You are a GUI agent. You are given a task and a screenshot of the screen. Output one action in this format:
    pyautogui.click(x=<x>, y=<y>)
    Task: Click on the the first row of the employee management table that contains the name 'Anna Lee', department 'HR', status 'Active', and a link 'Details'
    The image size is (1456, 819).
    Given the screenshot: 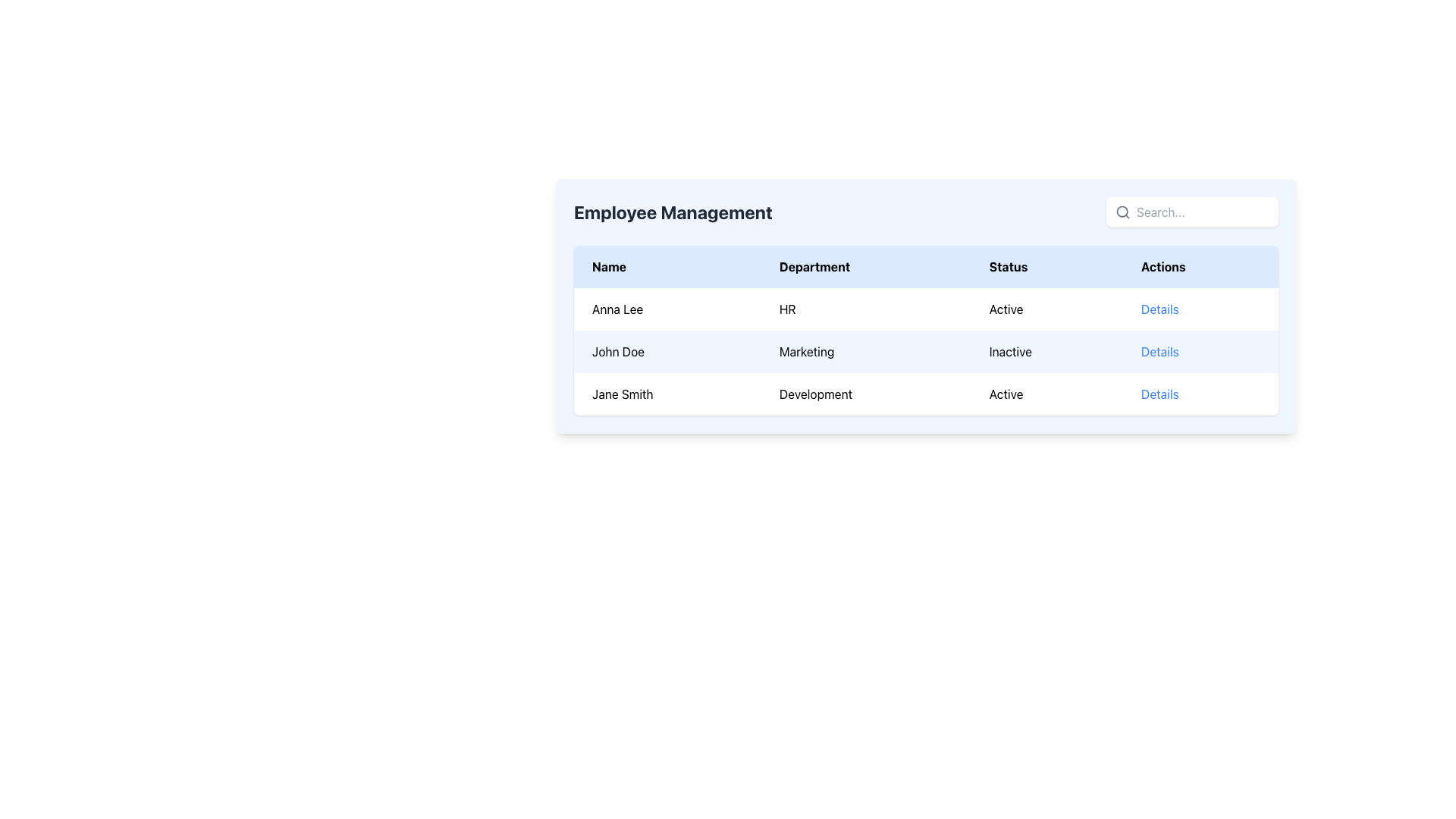 What is the action you would take?
    pyautogui.click(x=925, y=309)
    